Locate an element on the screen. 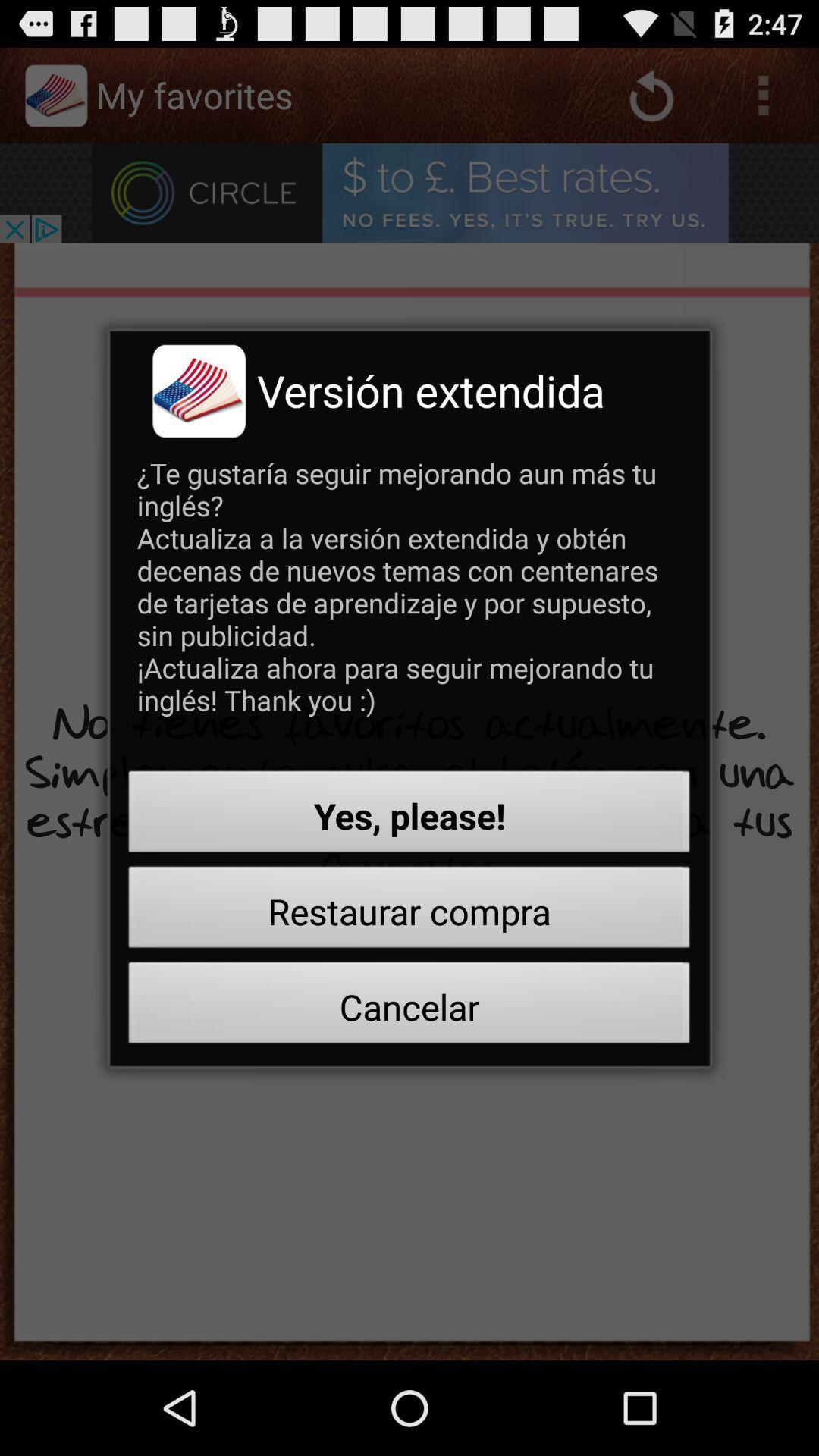 The image size is (819, 1456). cancelar at the bottom is located at coordinates (409, 1007).